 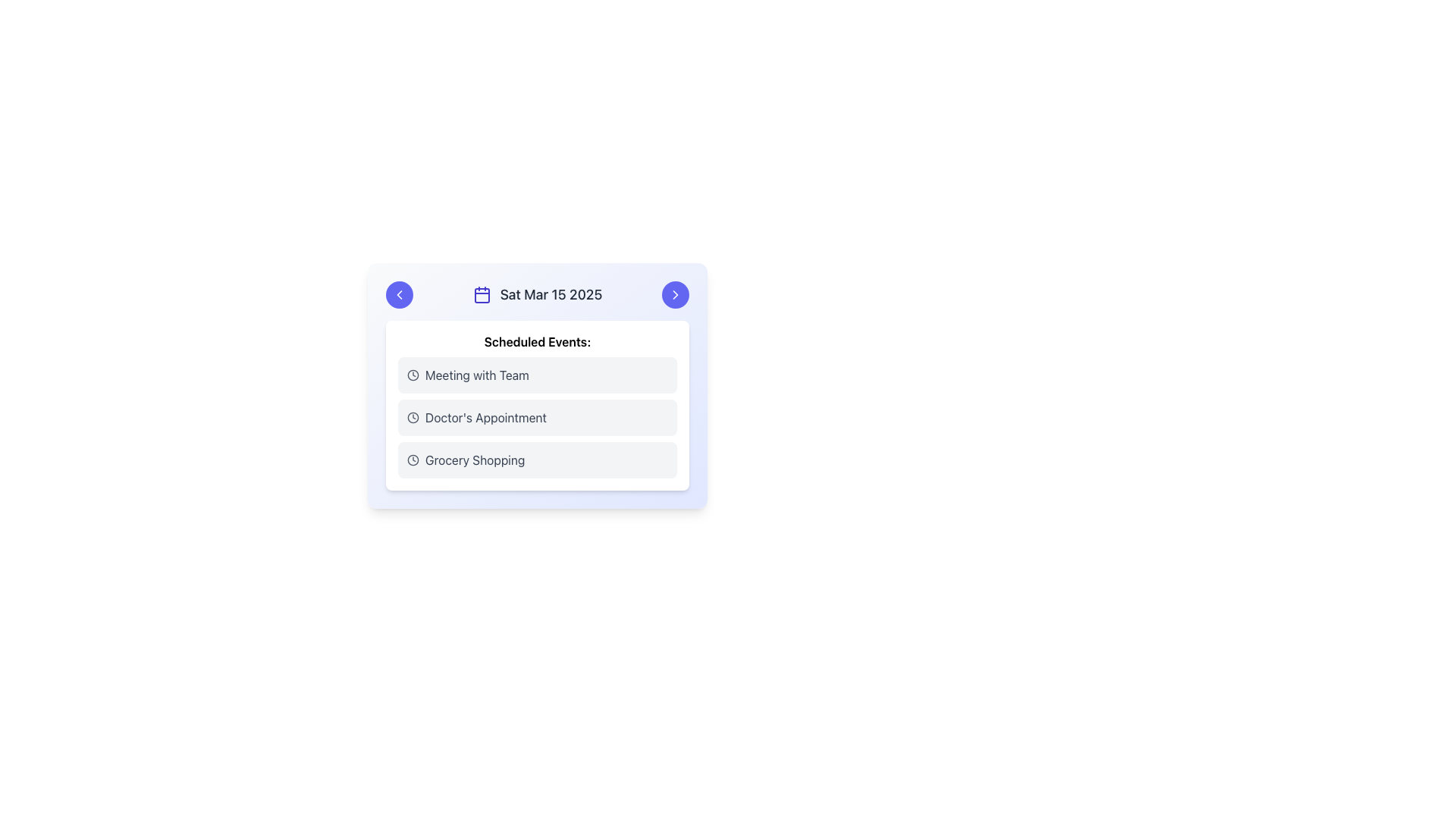 I want to click on the calendar icon located at the top left of the section, adjacent to the date 'Sat Mar 15 2025', so click(x=481, y=295).